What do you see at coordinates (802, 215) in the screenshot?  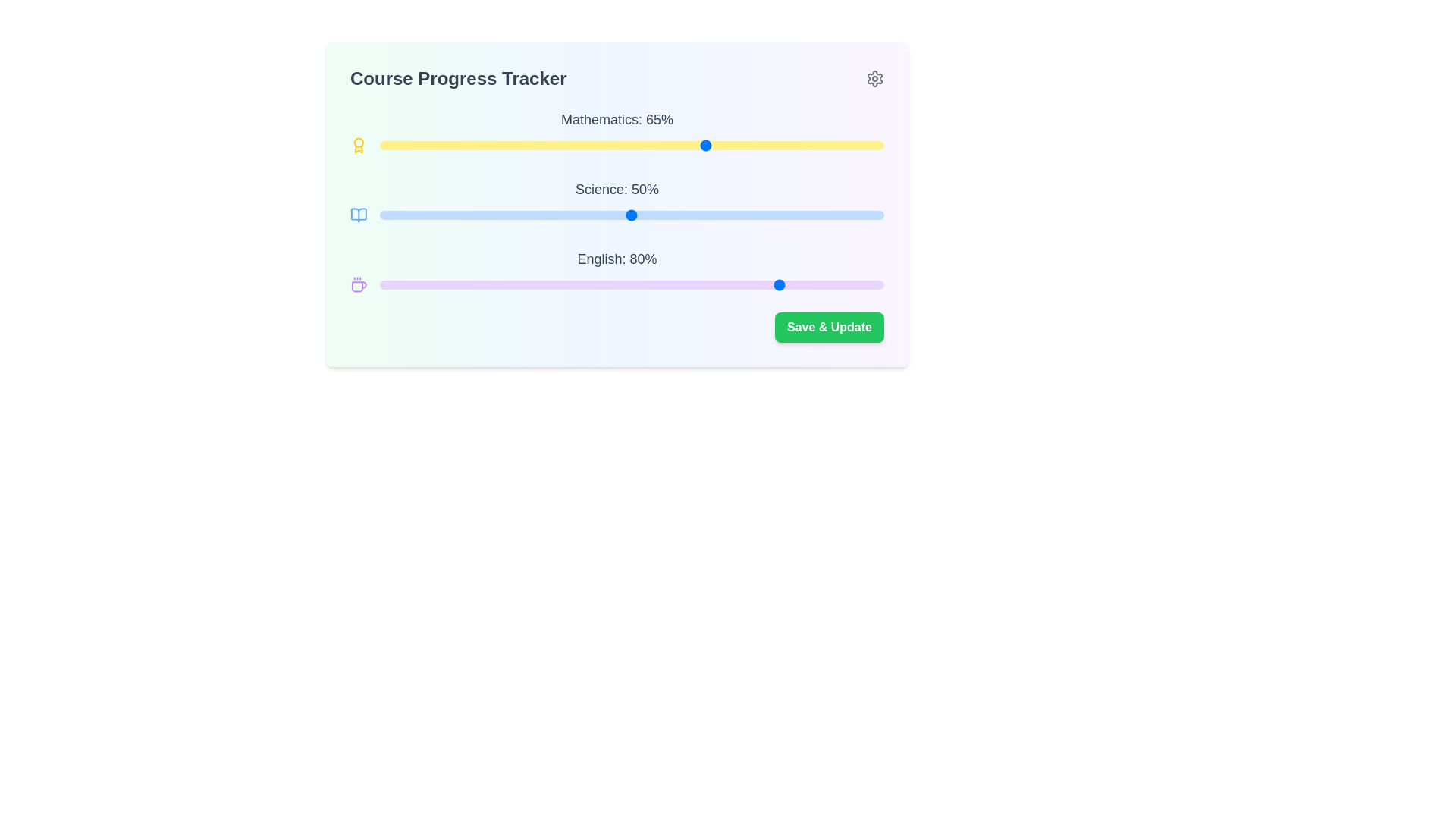 I see `progress` at bounding box center [802, 215].